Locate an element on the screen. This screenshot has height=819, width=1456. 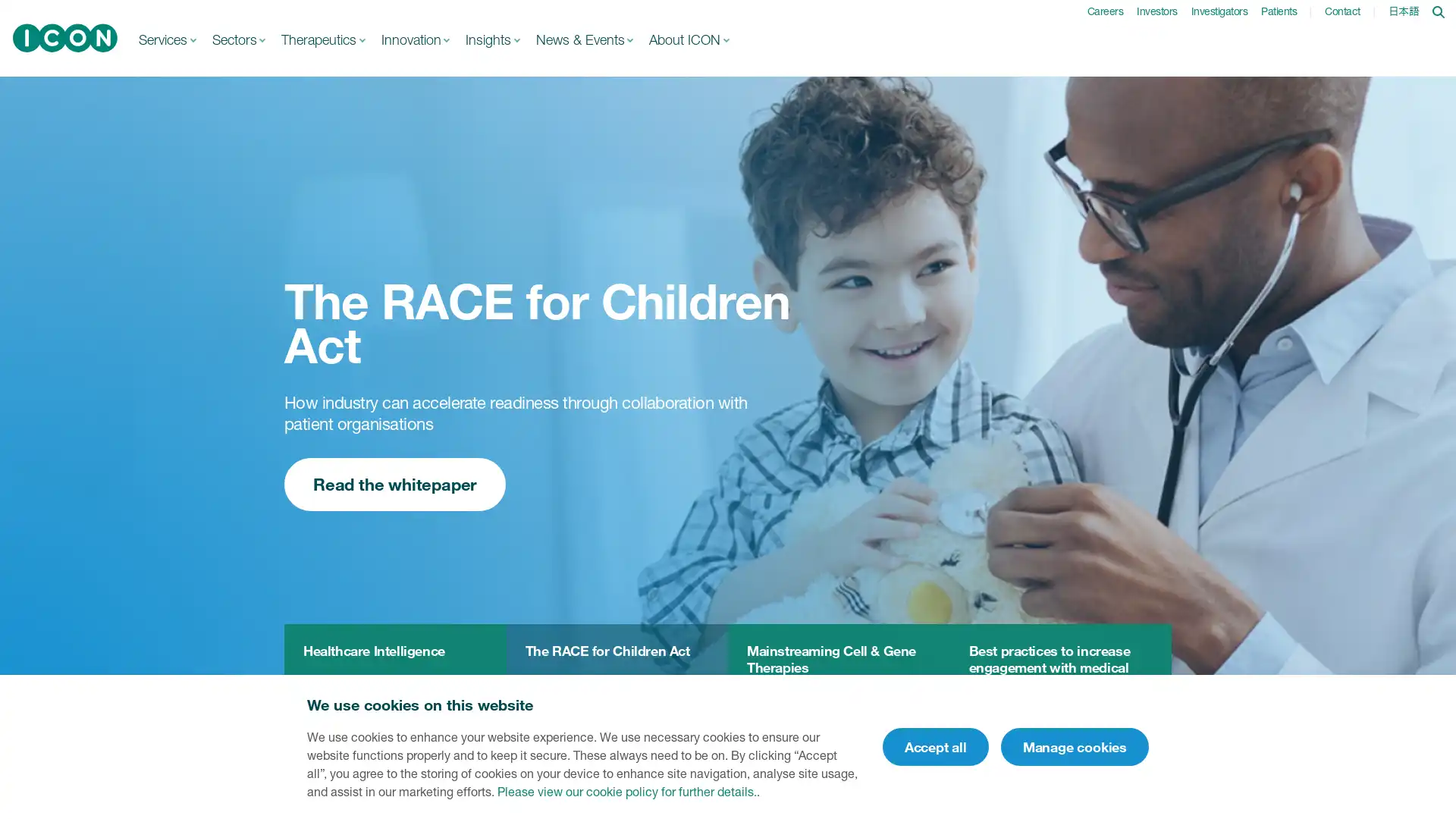
Read the whitepaper is located at coordinates (395, 472).